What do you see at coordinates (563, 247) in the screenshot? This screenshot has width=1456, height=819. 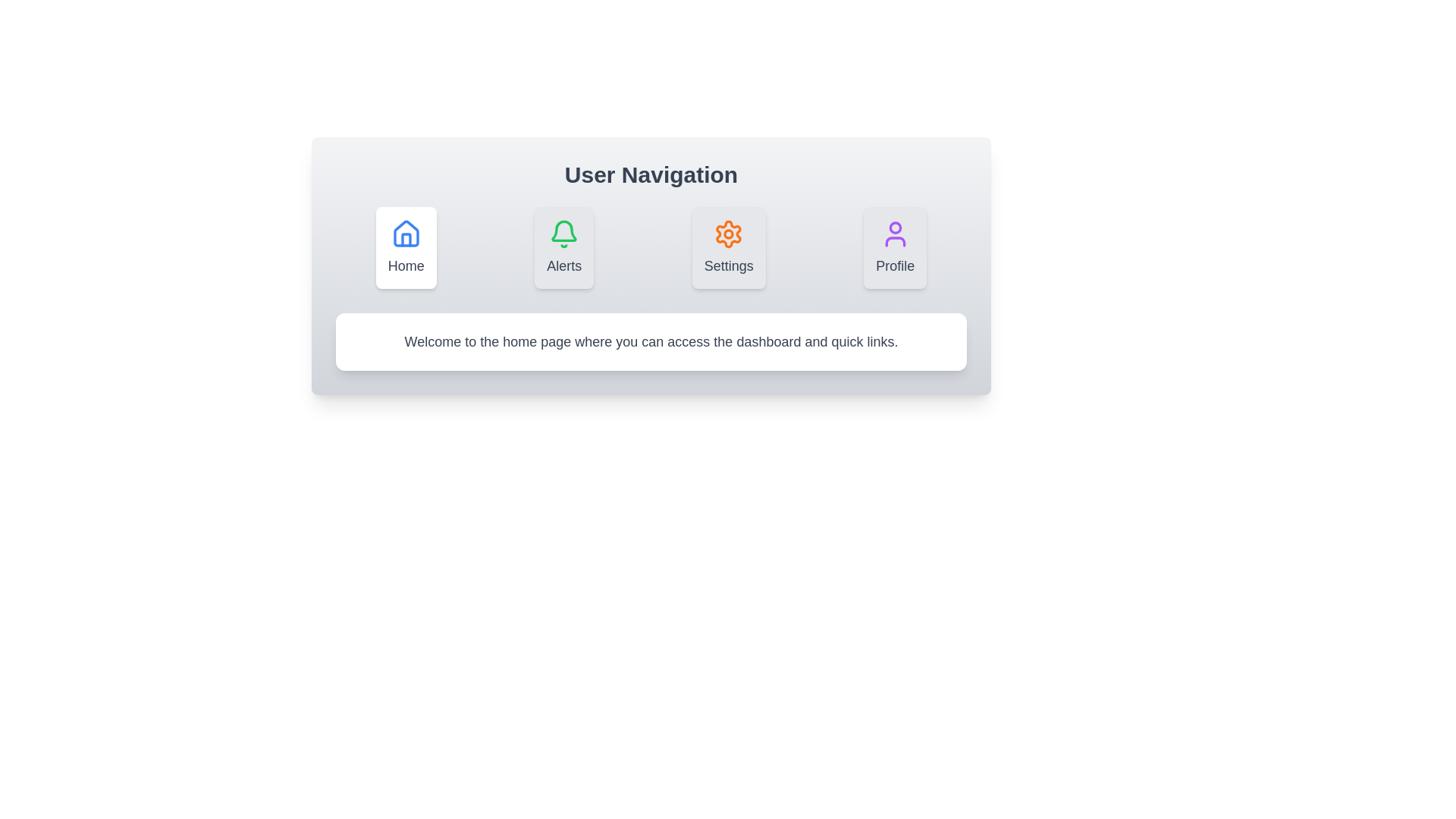 I see `the tab labeled Alerts` at bounding box center [563, 247].